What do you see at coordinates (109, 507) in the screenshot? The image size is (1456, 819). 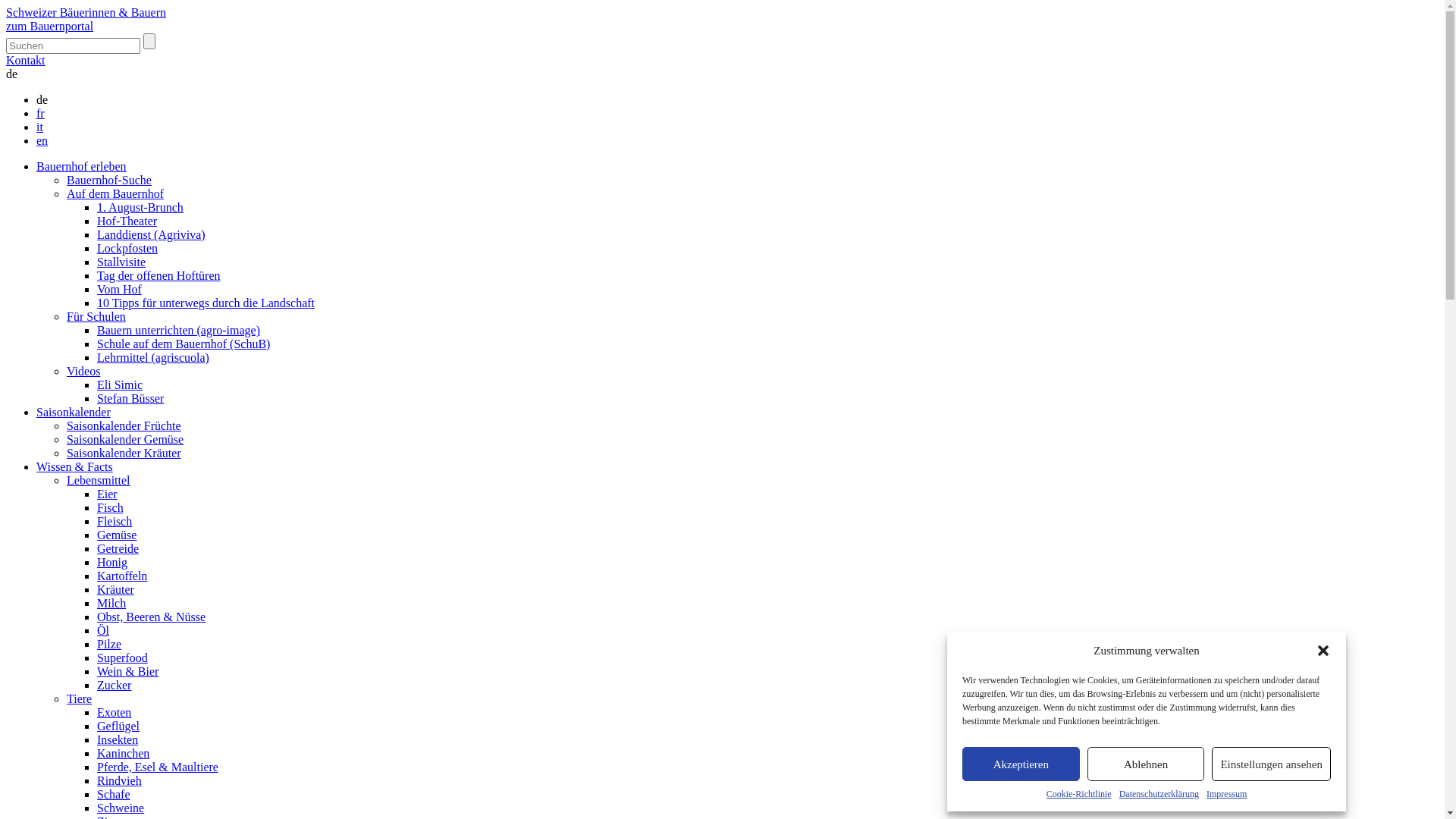 I see `'Fisch'` at bounding box center [109, 507].